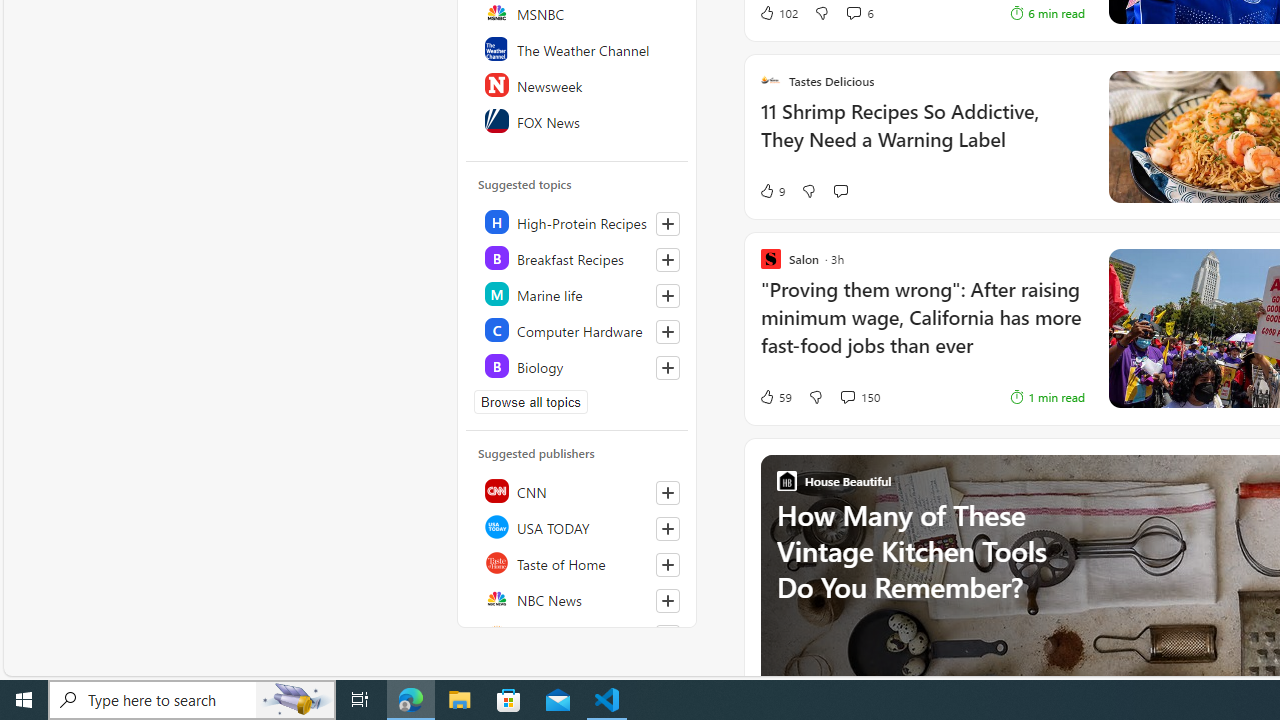 This screenshot has height=720, width=1280. What do you see at coordinates (847, 396) in the screenshot?
I see `'View comments 150 Comment'` at bounding box center [847, 396].